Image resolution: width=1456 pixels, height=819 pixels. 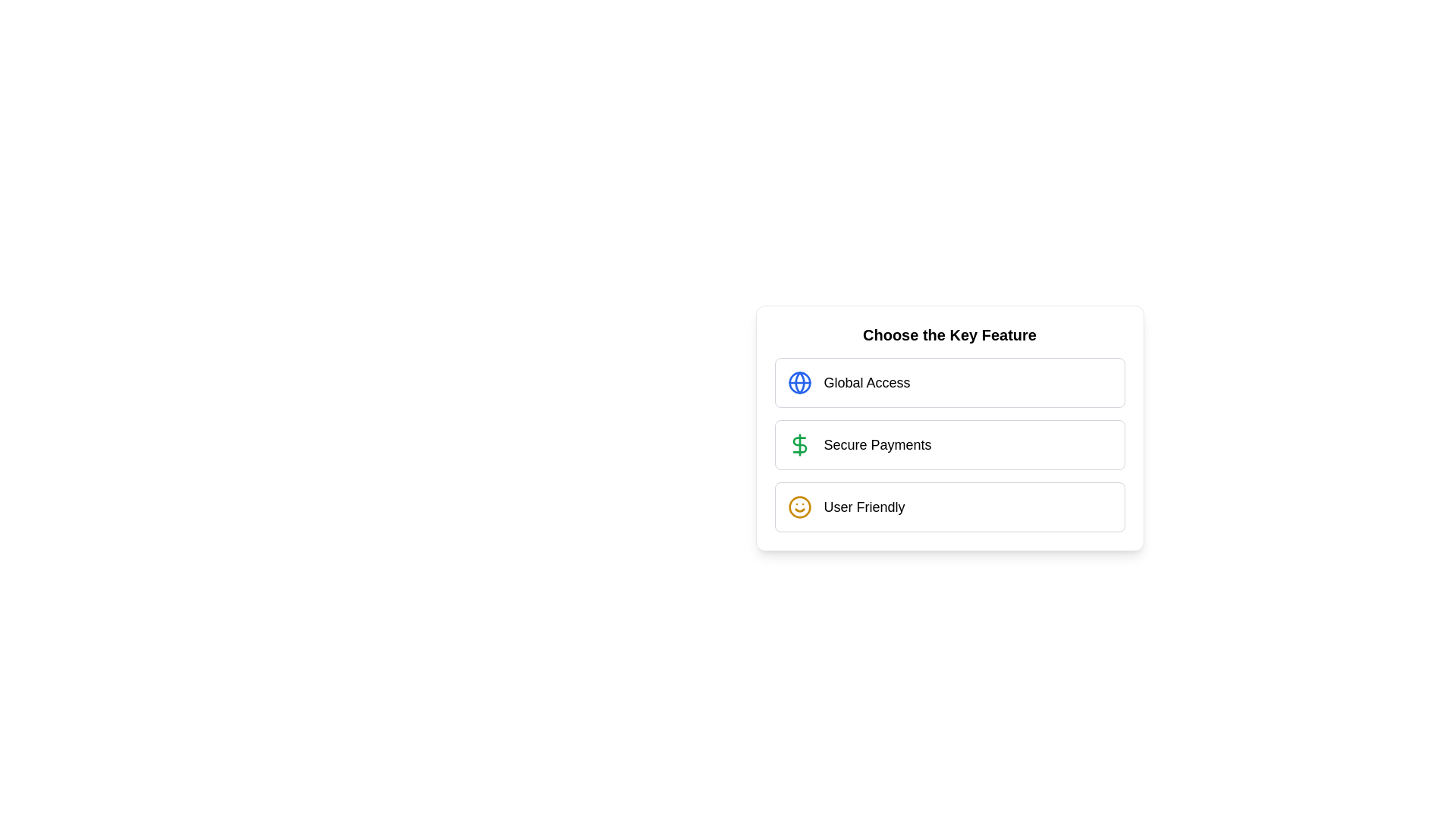 I want to click on the circular vector graphic element within the globe icon, which is located to the left of the 'Global Access' feature label, so click(x=799, y=382).